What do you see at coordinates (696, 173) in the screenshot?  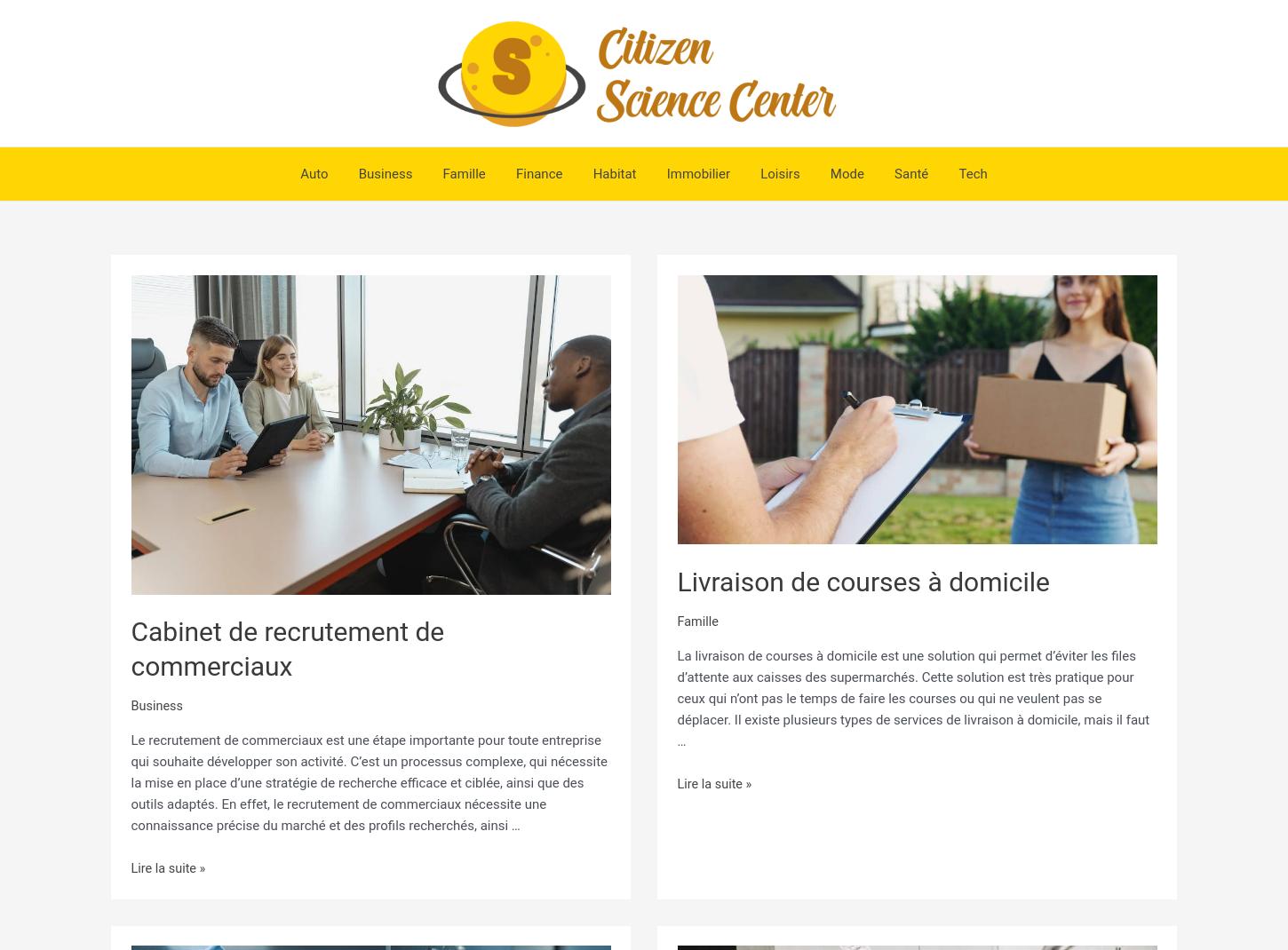 I see `'Immobilier'` at bounding box center [696, 173].